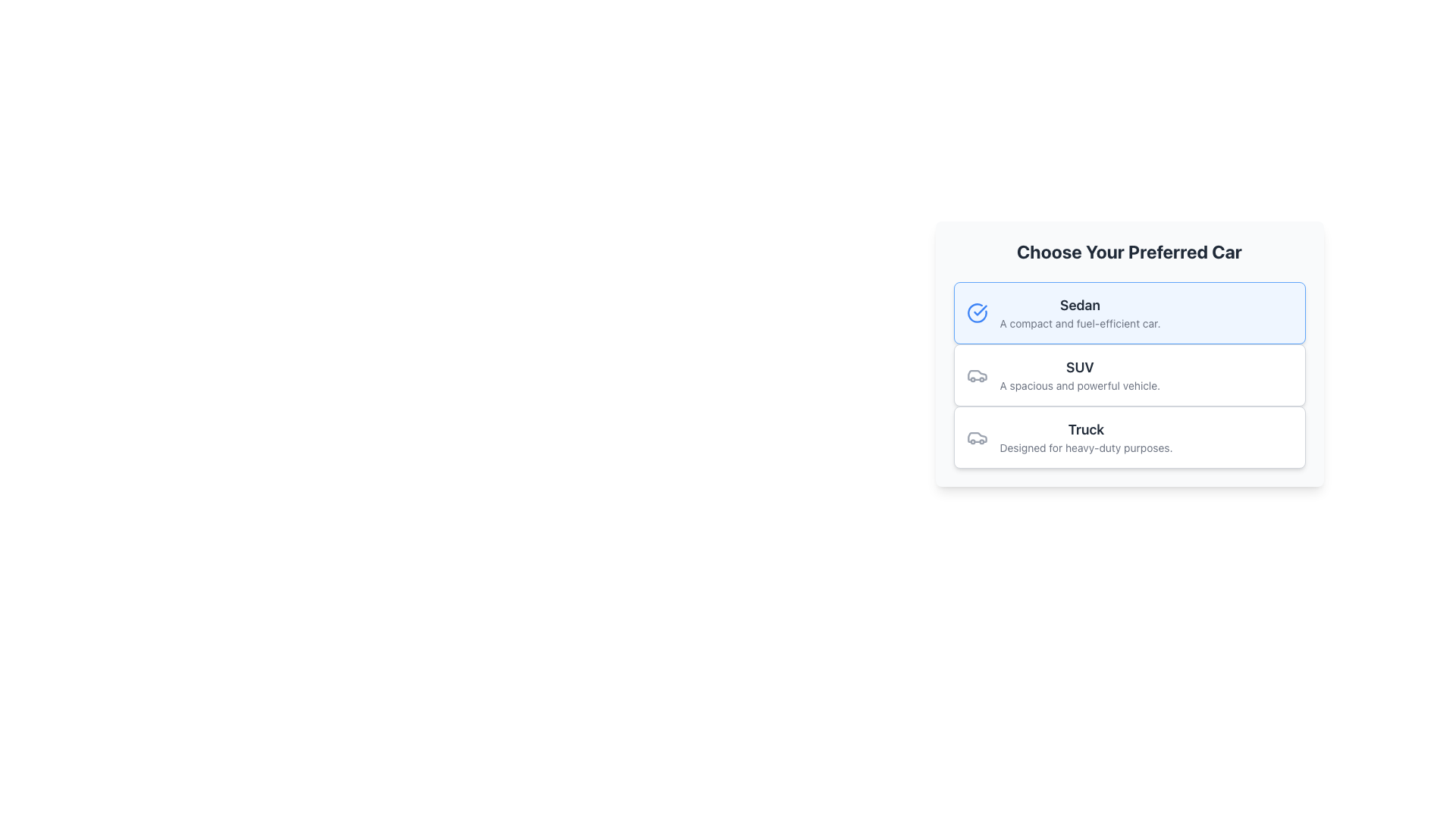 Image resolution: width=1456 pixels, height=819 pixels. What do you see at coordinates (977, 312) in the screenshot?
I see `the status indicated by the blue checkmark icon located in the top-left corner of the 'Sedan' card, which is the first selectable option in the list` at bounding box center [977, 312].